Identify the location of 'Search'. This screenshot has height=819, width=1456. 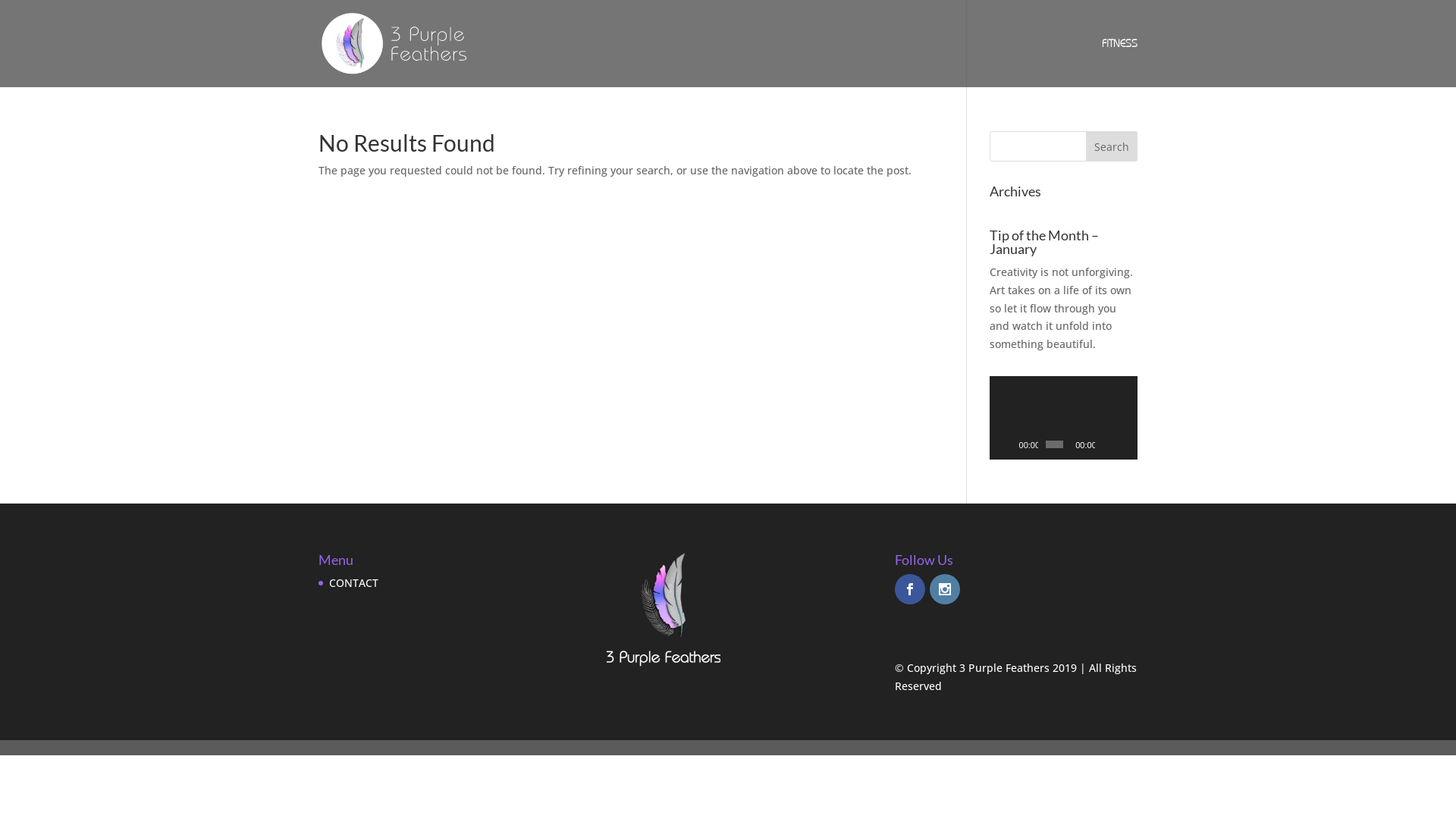
(1084, 146).